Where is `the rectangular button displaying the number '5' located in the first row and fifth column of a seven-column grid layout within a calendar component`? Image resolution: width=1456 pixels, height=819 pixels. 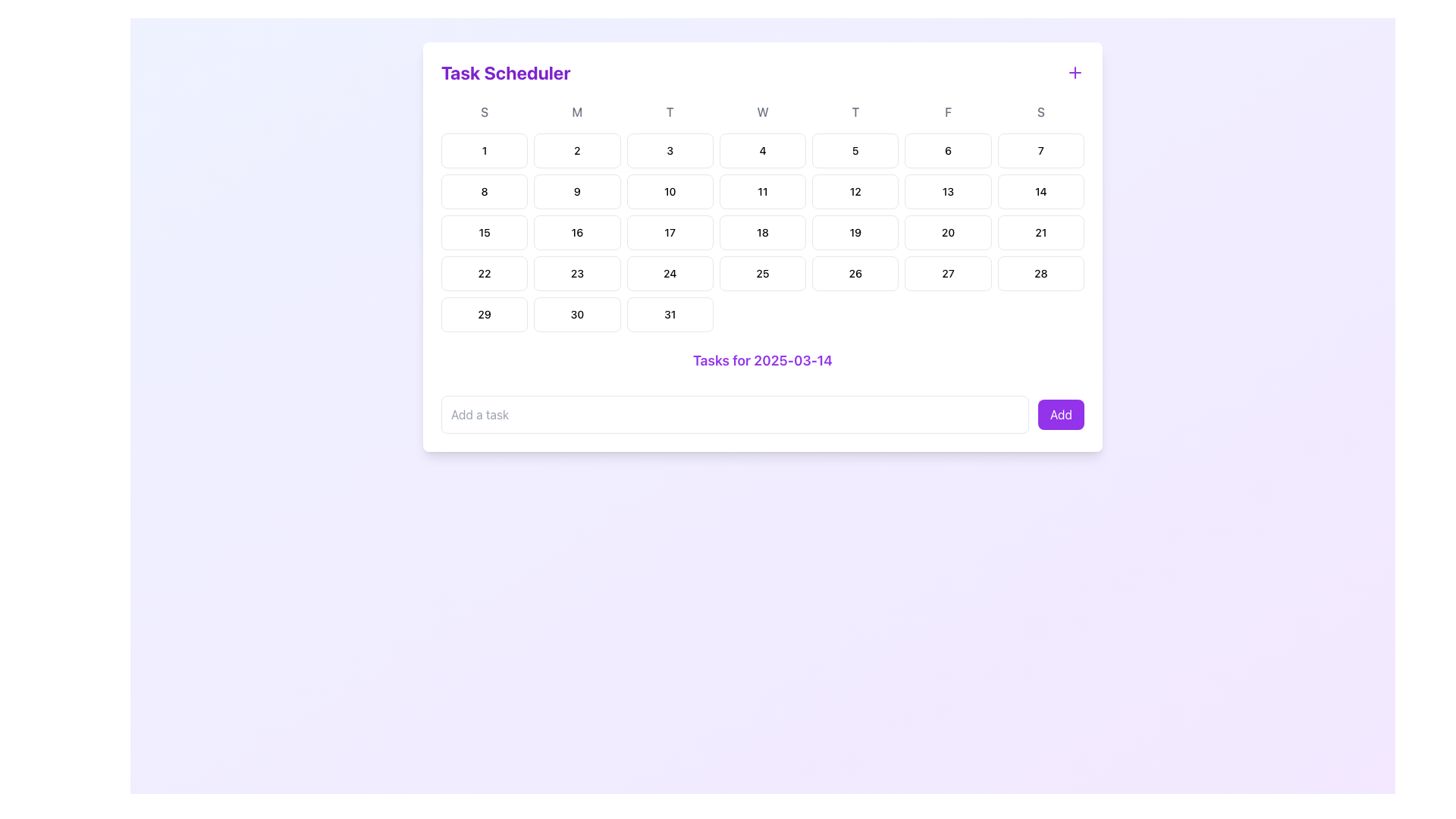 the rectangular button displaying the number '5' located in the first row and fifth column of a seven-column grid layout within a calendar component is located at coordinates (855, 151).